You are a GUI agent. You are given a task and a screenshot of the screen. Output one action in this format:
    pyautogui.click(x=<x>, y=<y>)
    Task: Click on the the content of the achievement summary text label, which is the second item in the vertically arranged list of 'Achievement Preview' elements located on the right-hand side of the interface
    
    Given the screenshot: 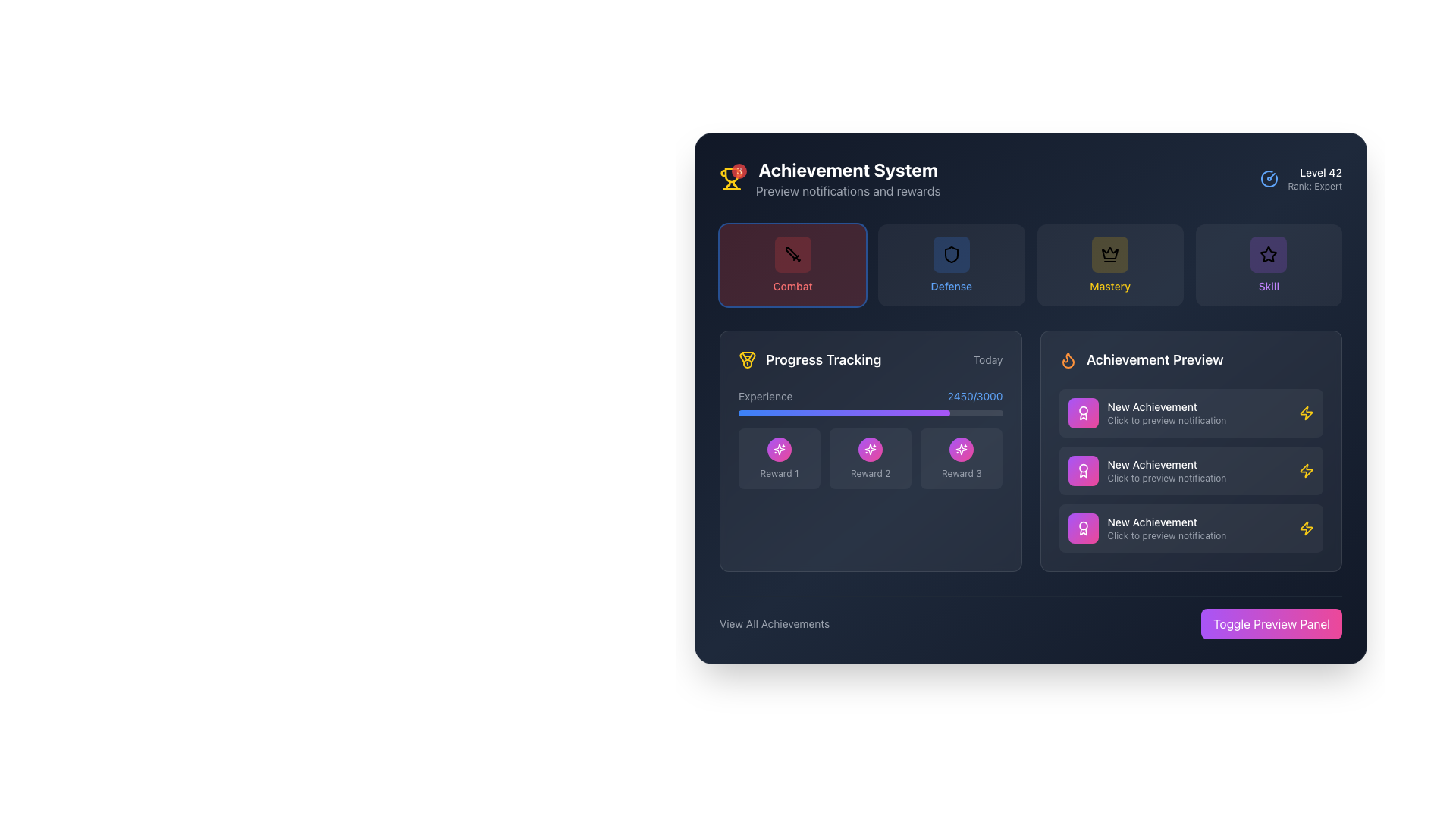 What is the action you would take?
    pyautogui.click(x=1197, y=470)
    